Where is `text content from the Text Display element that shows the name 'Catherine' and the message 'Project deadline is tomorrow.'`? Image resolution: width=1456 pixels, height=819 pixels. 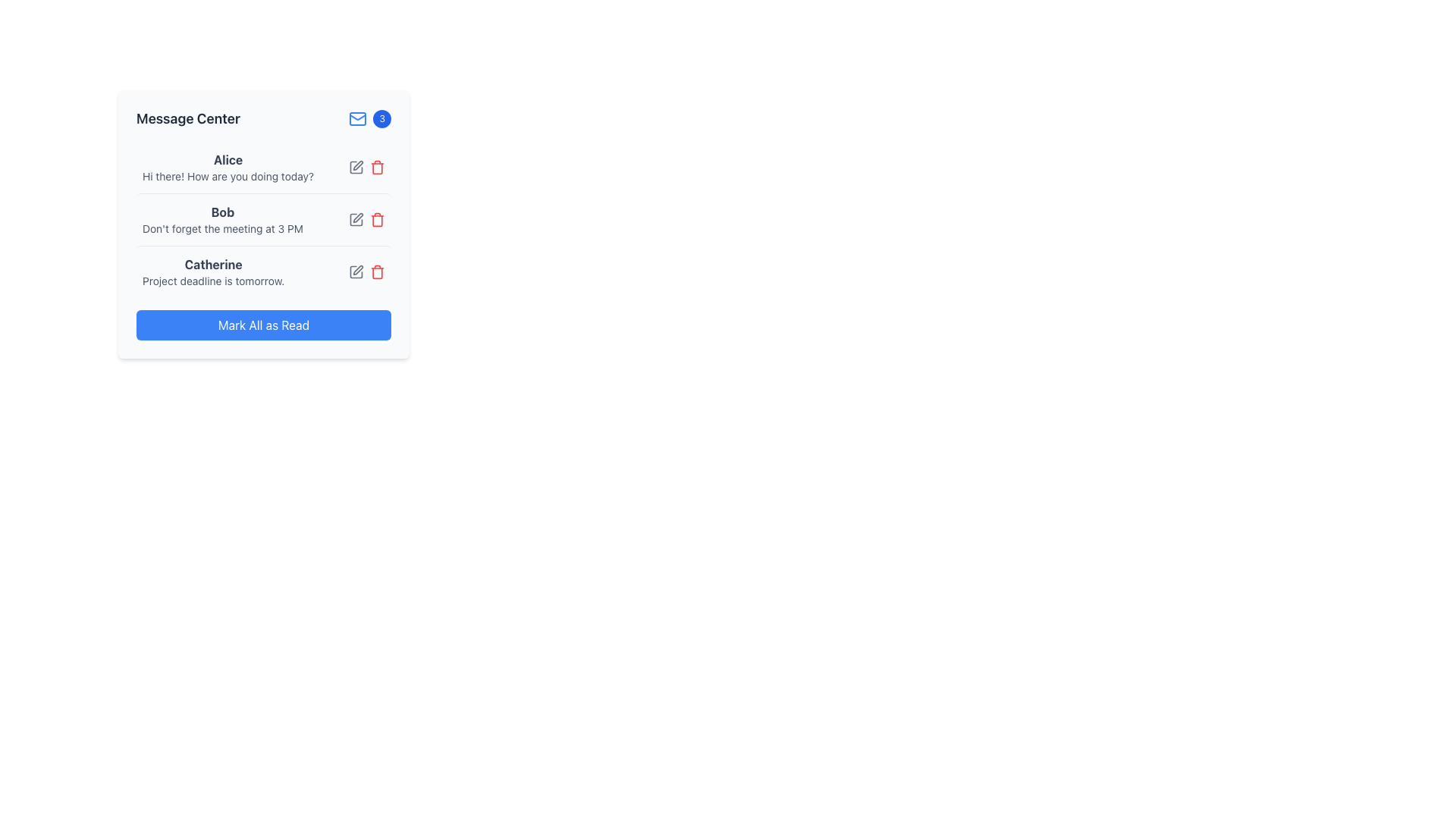
text content from the Text Display element that shows the name 'Catherine' and the message 'Project deadline is tomorrow.' is located at coordinates (212, 271).